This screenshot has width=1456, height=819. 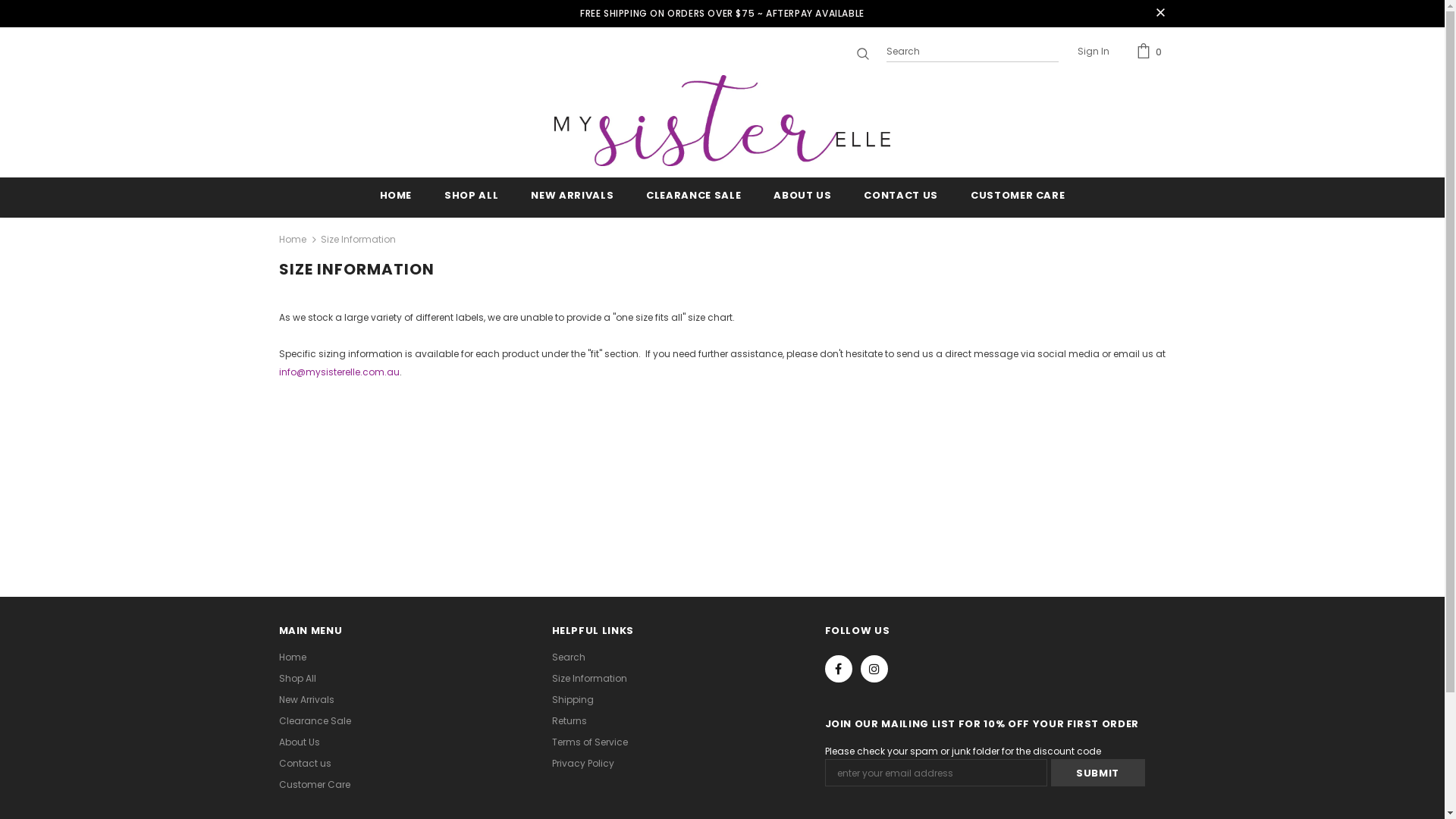 I want to click on 'close', so click(x=1159, y=14).